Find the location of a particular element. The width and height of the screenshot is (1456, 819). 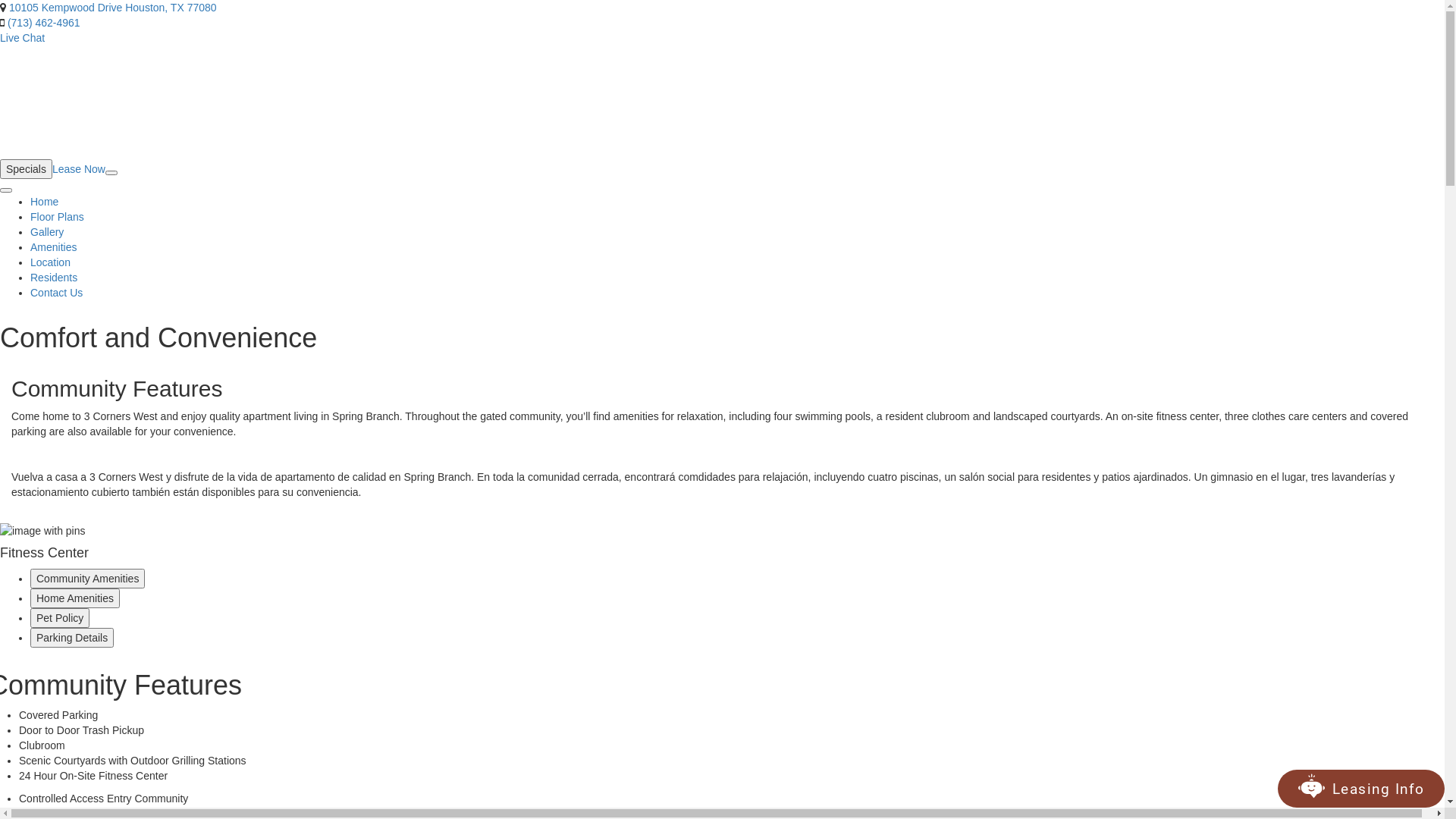

'Specials' is located at coordinates (26, 169).